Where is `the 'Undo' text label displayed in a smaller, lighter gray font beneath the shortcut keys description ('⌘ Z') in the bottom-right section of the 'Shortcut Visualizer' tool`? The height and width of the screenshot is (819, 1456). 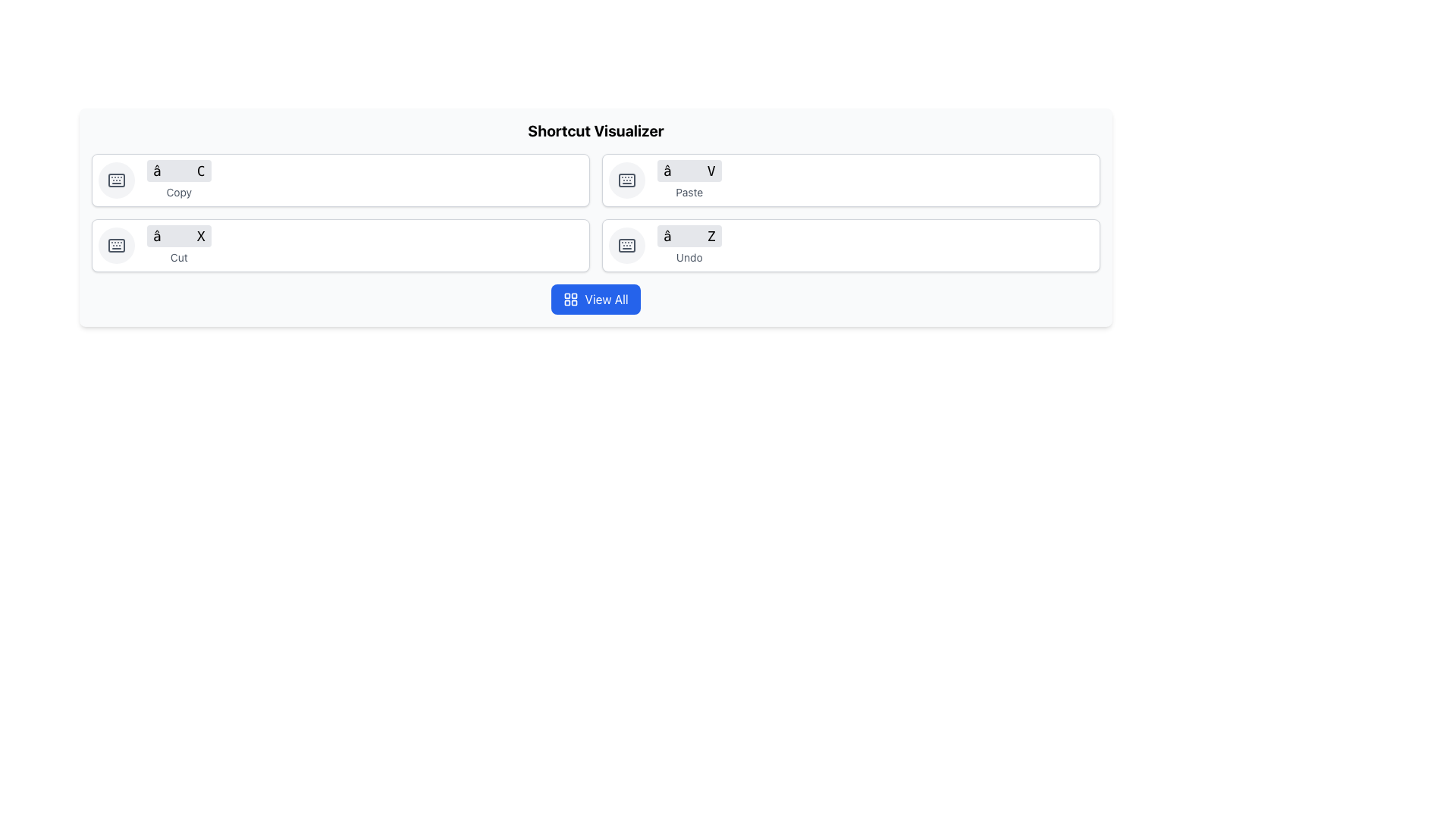 the 'Undo' text label displayed in a smaller, lighter gray font beneath the shortcut keys description ('⌘ Z') in the bottom-right section of the 'Shortcut Visualizer' tool is located at coordinates (689, 256).